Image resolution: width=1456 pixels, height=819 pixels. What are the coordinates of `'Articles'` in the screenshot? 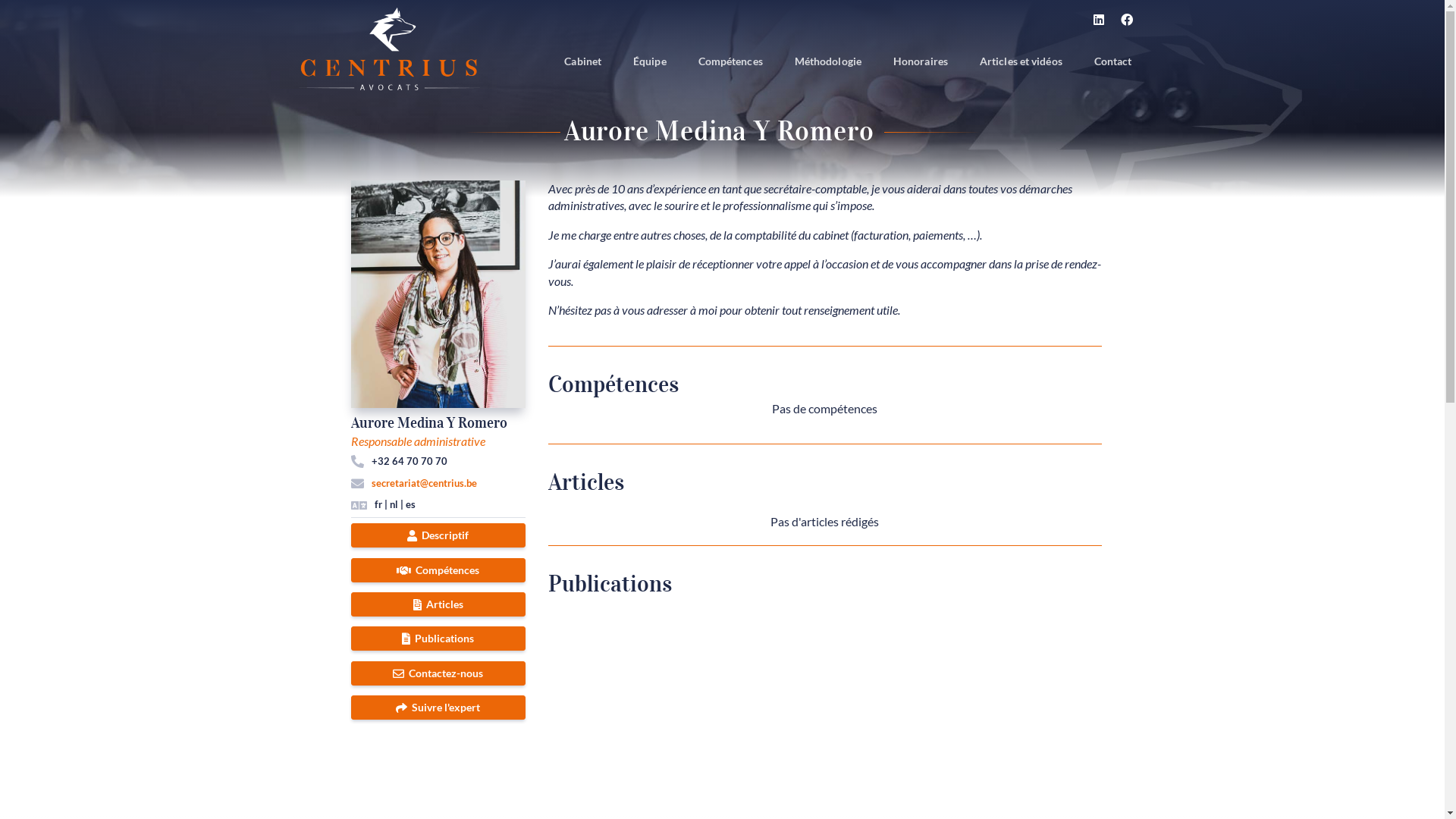 It's located at (349, 604).